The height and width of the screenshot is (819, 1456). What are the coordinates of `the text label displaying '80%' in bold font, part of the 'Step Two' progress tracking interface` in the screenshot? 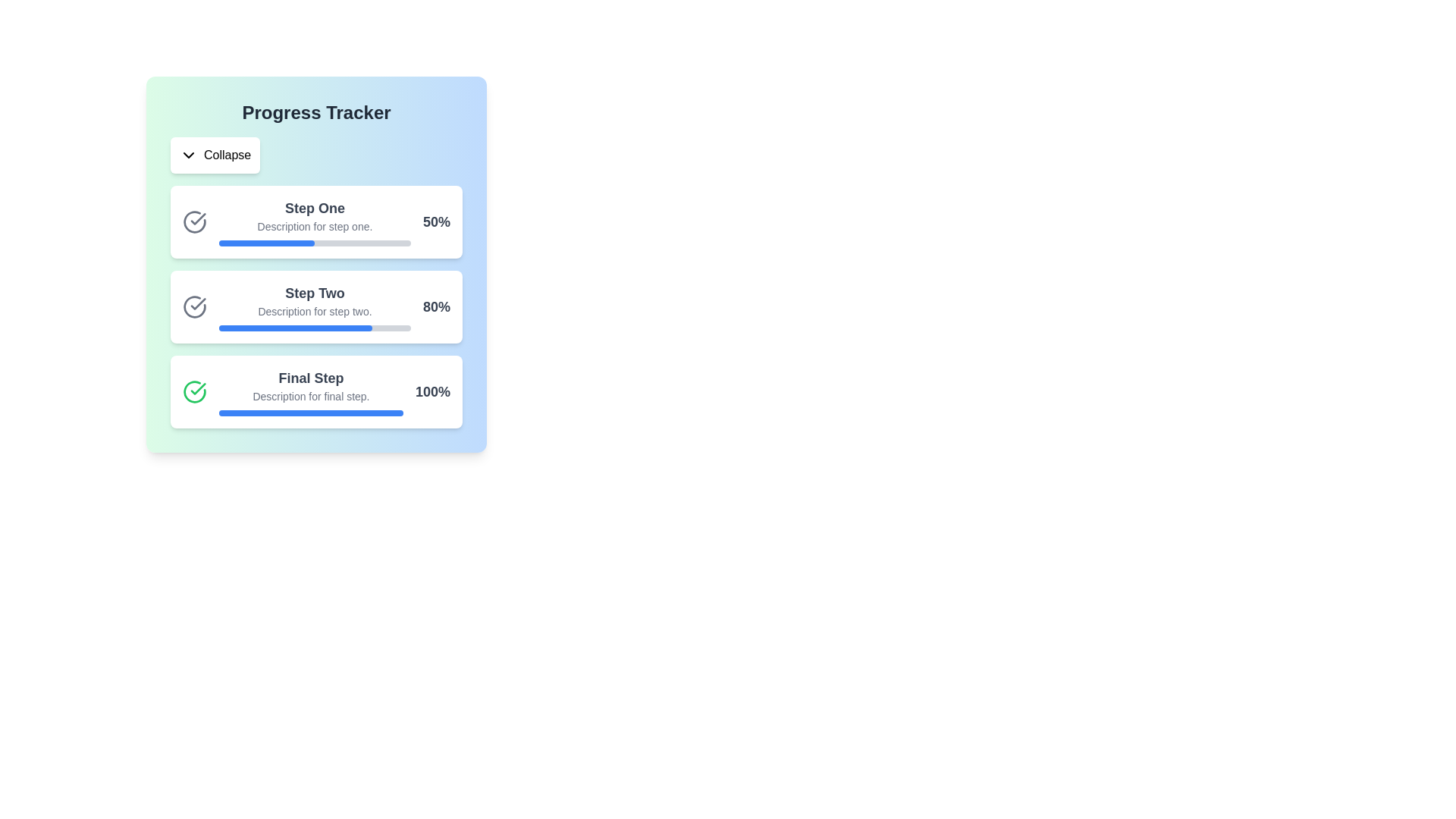 It's located at (436, 307).